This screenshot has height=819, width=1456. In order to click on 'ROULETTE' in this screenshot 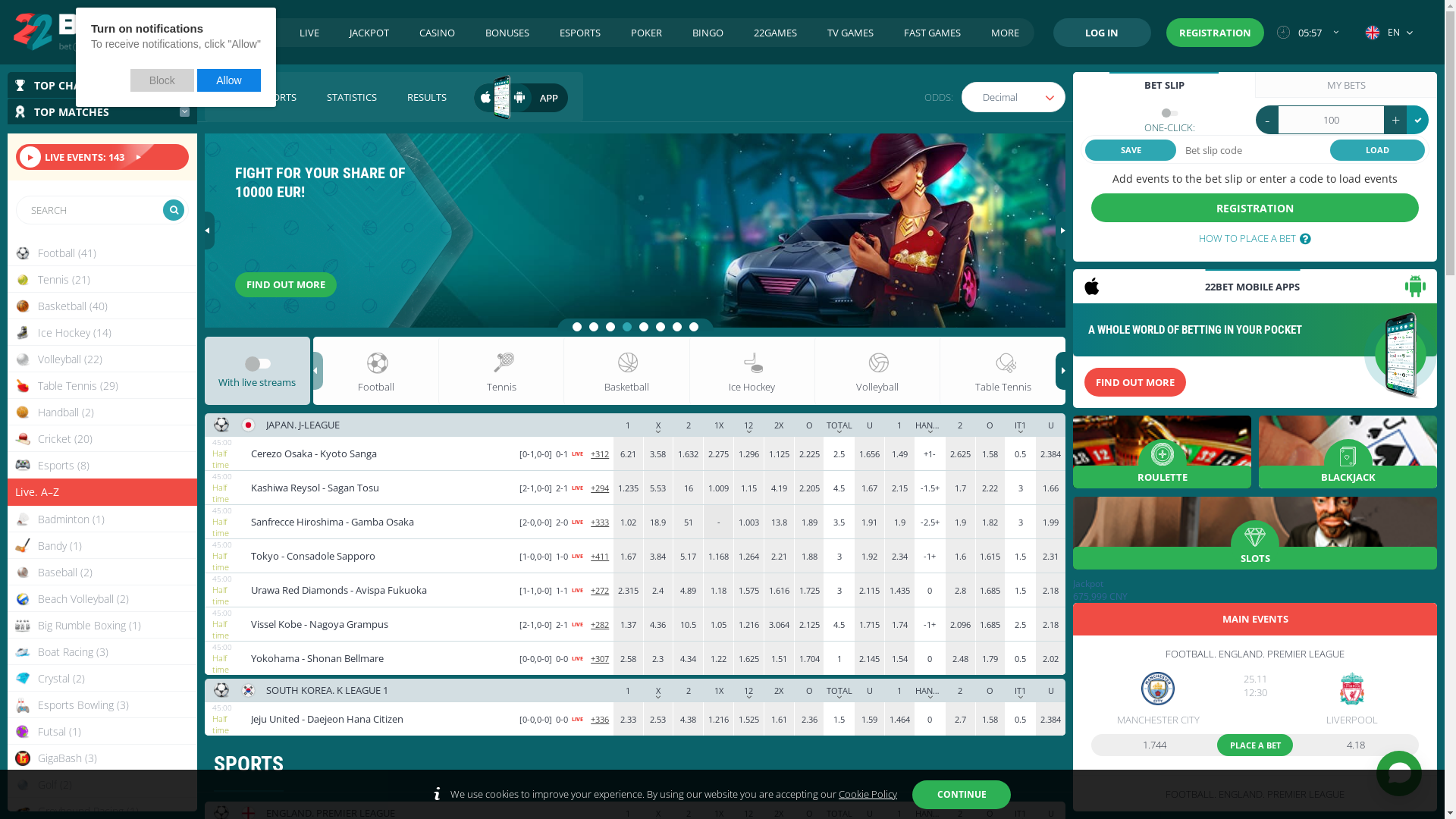, I will do `click(1072, 451)`.